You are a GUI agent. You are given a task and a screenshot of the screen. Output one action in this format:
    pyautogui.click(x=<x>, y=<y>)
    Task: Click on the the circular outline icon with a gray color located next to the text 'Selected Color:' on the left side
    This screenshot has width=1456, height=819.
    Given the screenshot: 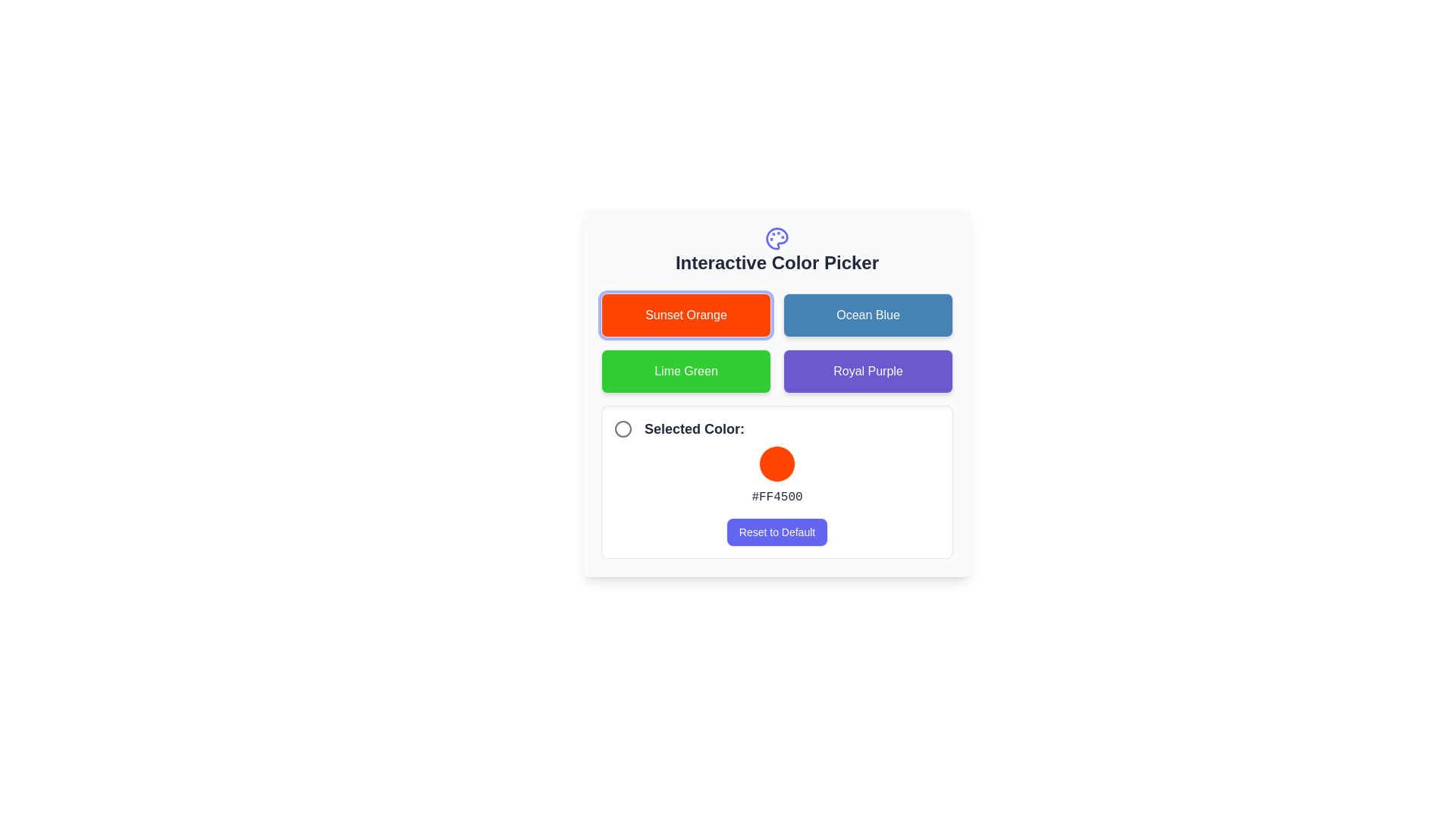 What is the action you would take?
    pyautogui.click(x=623, y=429)
    